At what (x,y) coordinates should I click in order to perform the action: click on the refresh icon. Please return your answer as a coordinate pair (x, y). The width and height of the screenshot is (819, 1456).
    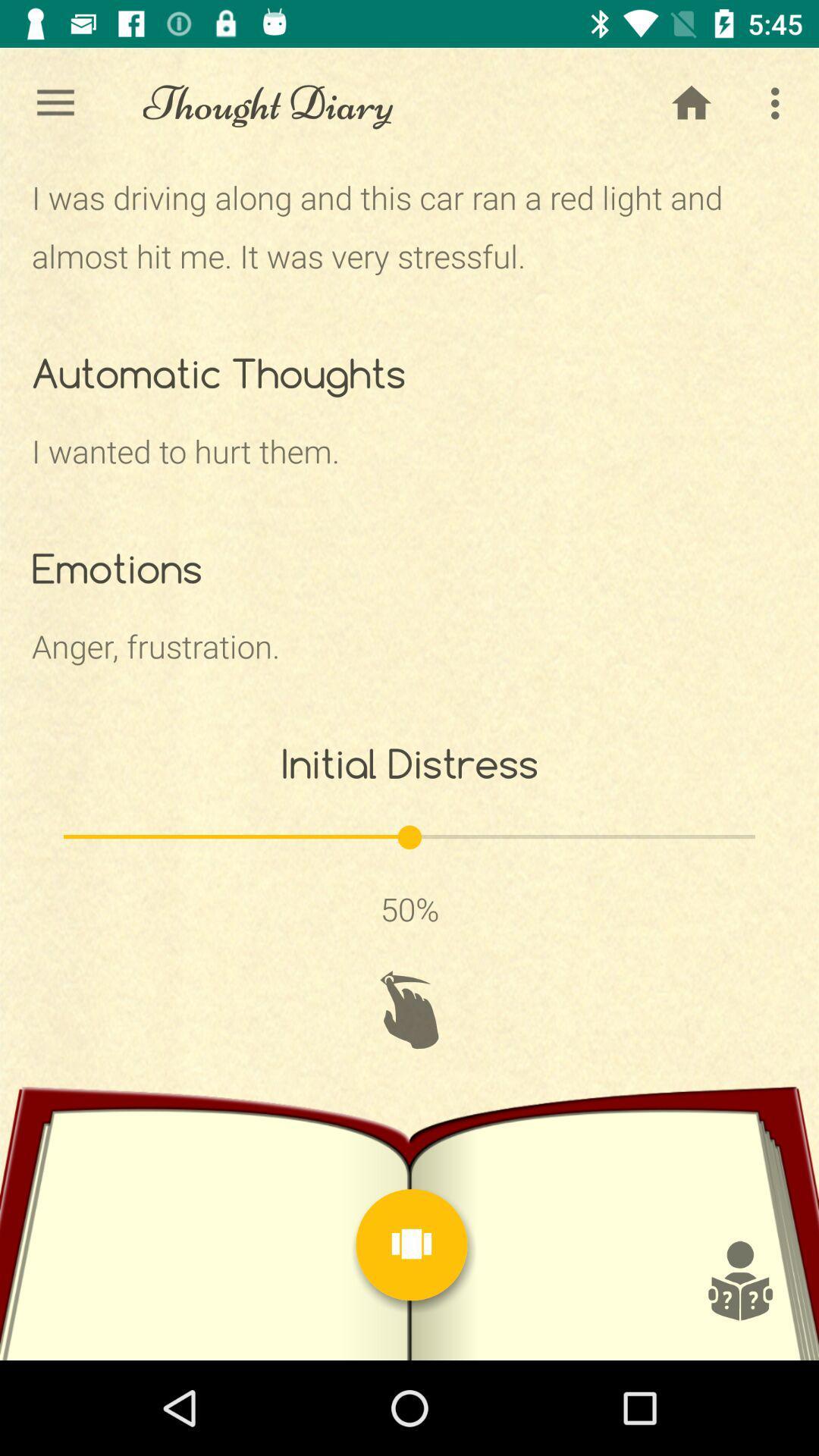
    Looking at the image, I should click on (409, 1009).